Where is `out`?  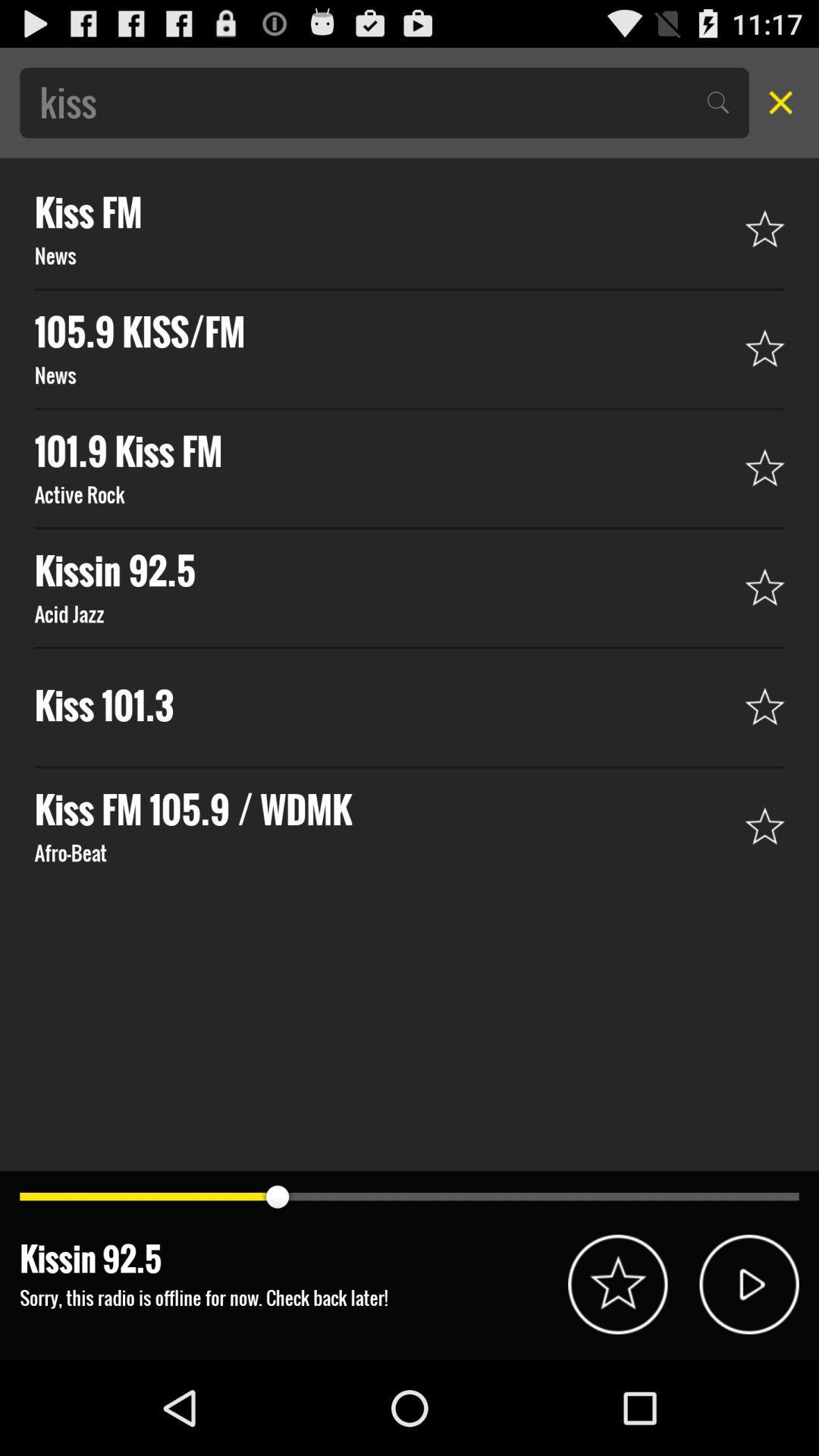 out is located at coordinates (776, 102).